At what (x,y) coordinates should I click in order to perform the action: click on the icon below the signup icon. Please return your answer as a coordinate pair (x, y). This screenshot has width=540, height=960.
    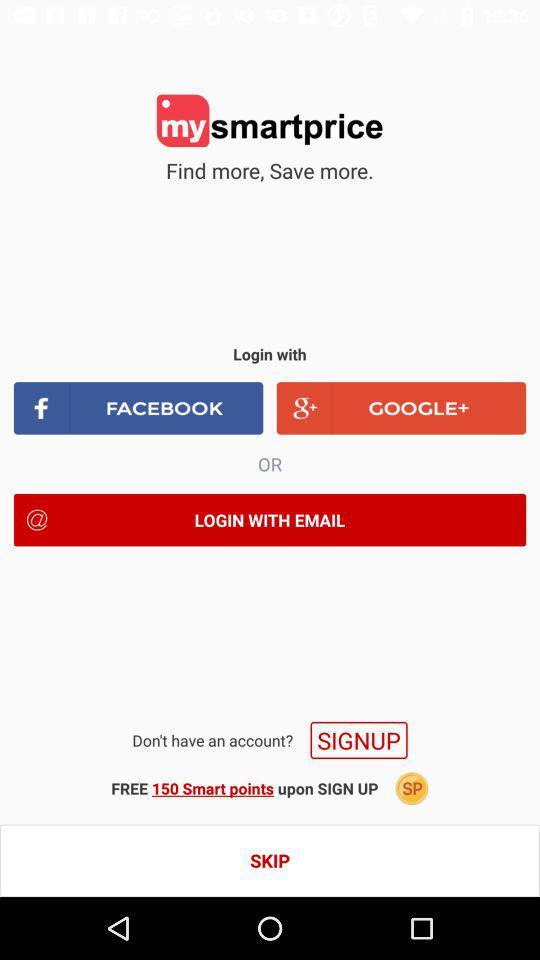
    Looking at the image, I should click on (244, 788).